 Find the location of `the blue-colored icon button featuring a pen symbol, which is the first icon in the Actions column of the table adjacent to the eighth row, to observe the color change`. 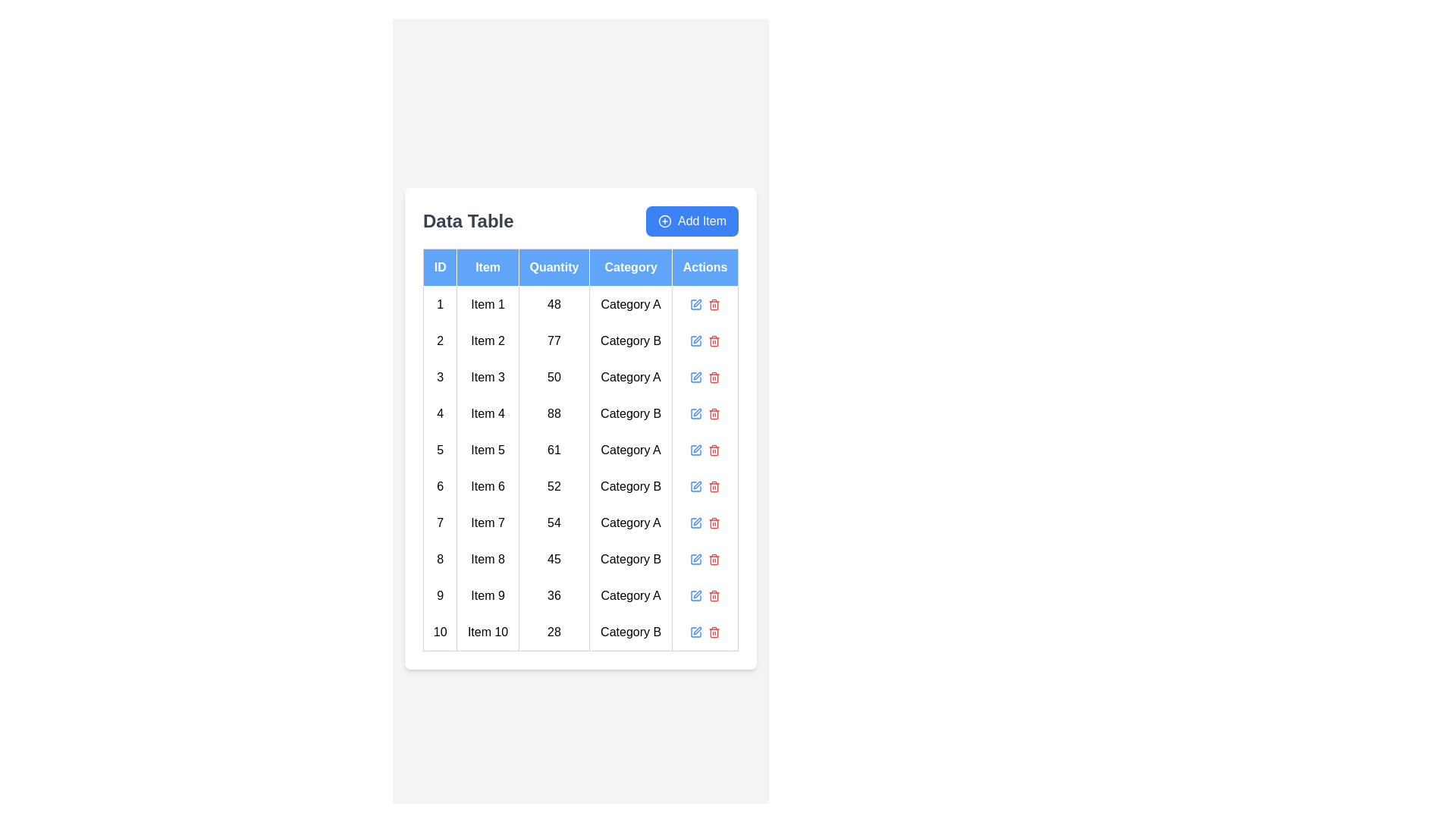

the blue-colored icon button featuring a pen symbol, which is the first icon in the Actions column of the table adjacent to the eighth row, to observe the color change is located at coordinates (695, 559).